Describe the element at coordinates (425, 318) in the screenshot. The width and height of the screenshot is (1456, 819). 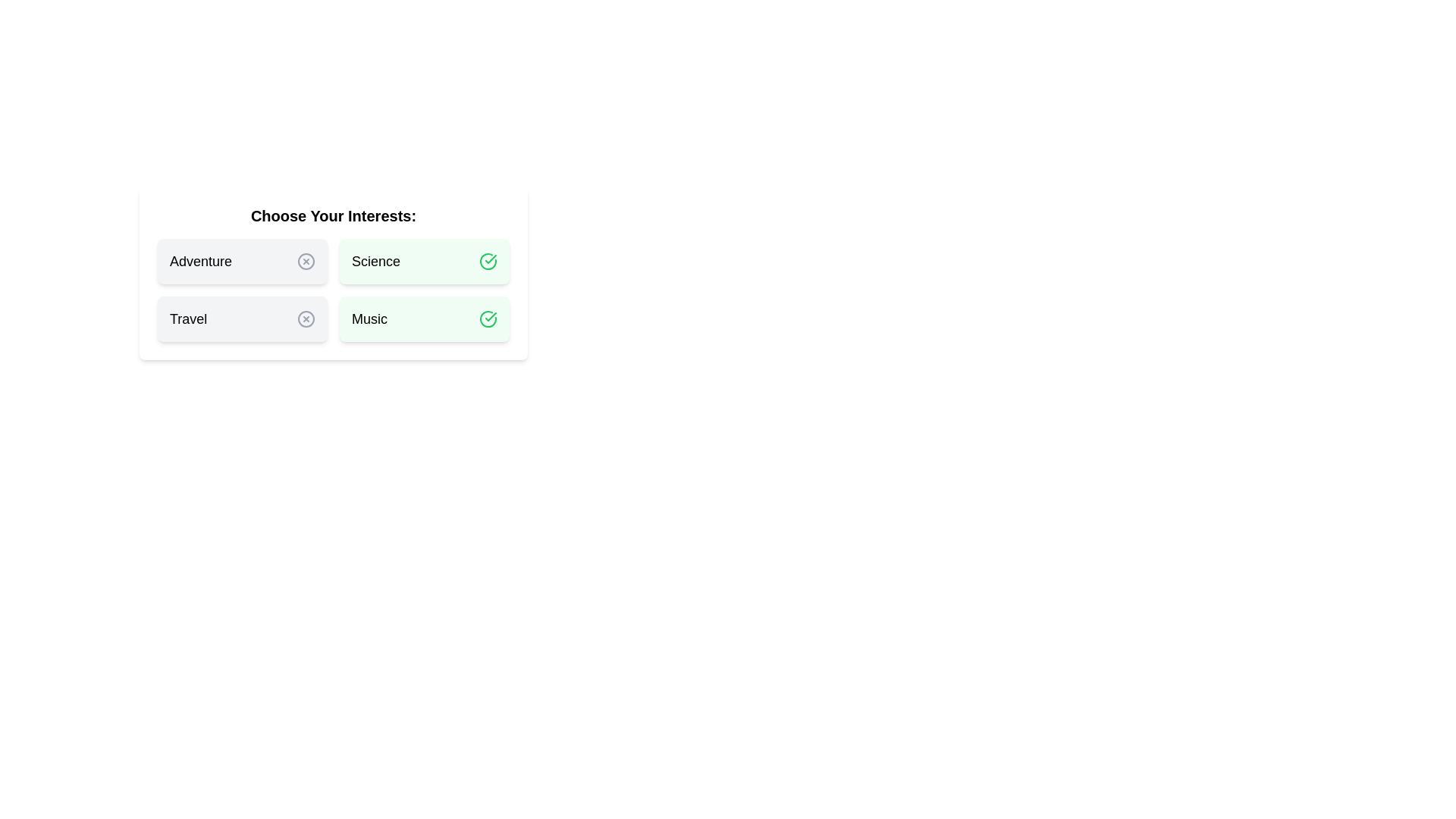
I see `the chip labeled Music to observe hover effects` at that location.